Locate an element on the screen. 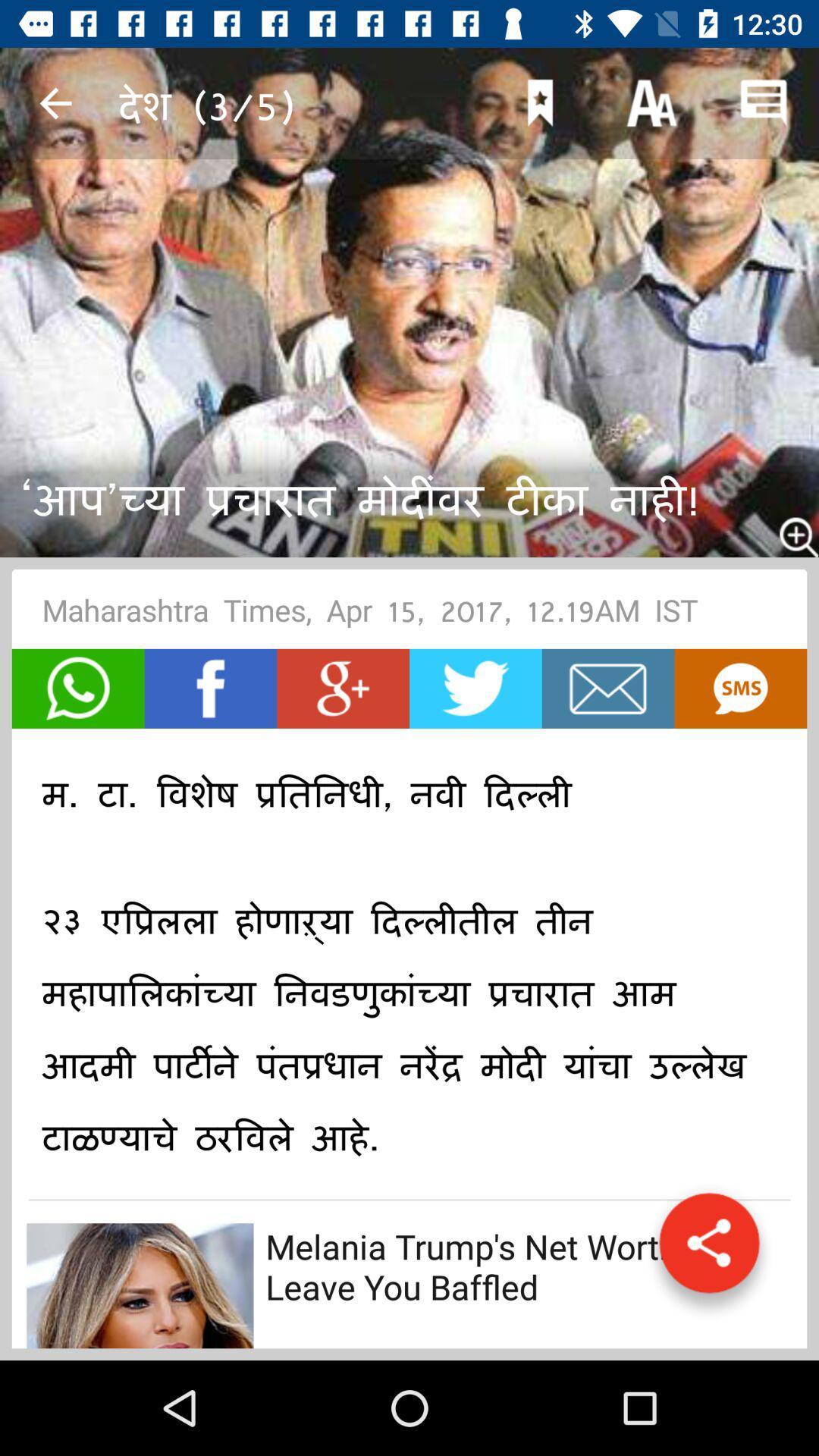  google is located at coordinates (343, 688).